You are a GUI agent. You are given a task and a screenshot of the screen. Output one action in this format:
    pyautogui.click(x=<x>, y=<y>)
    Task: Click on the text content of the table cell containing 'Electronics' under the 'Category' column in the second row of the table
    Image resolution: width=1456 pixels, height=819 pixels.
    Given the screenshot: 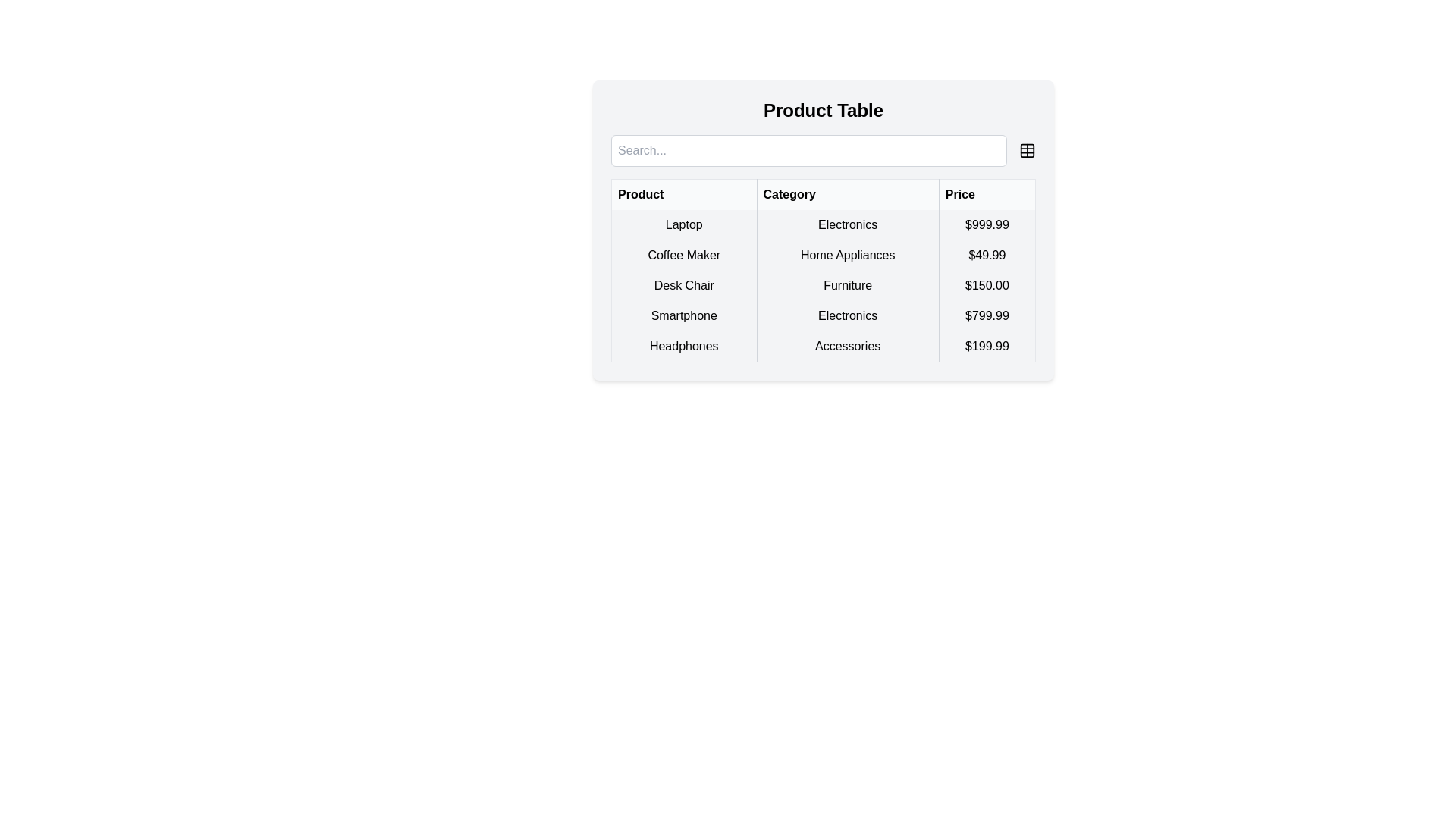 What is the action you would take?
    pyautogui.click(x=847, y=225)
    